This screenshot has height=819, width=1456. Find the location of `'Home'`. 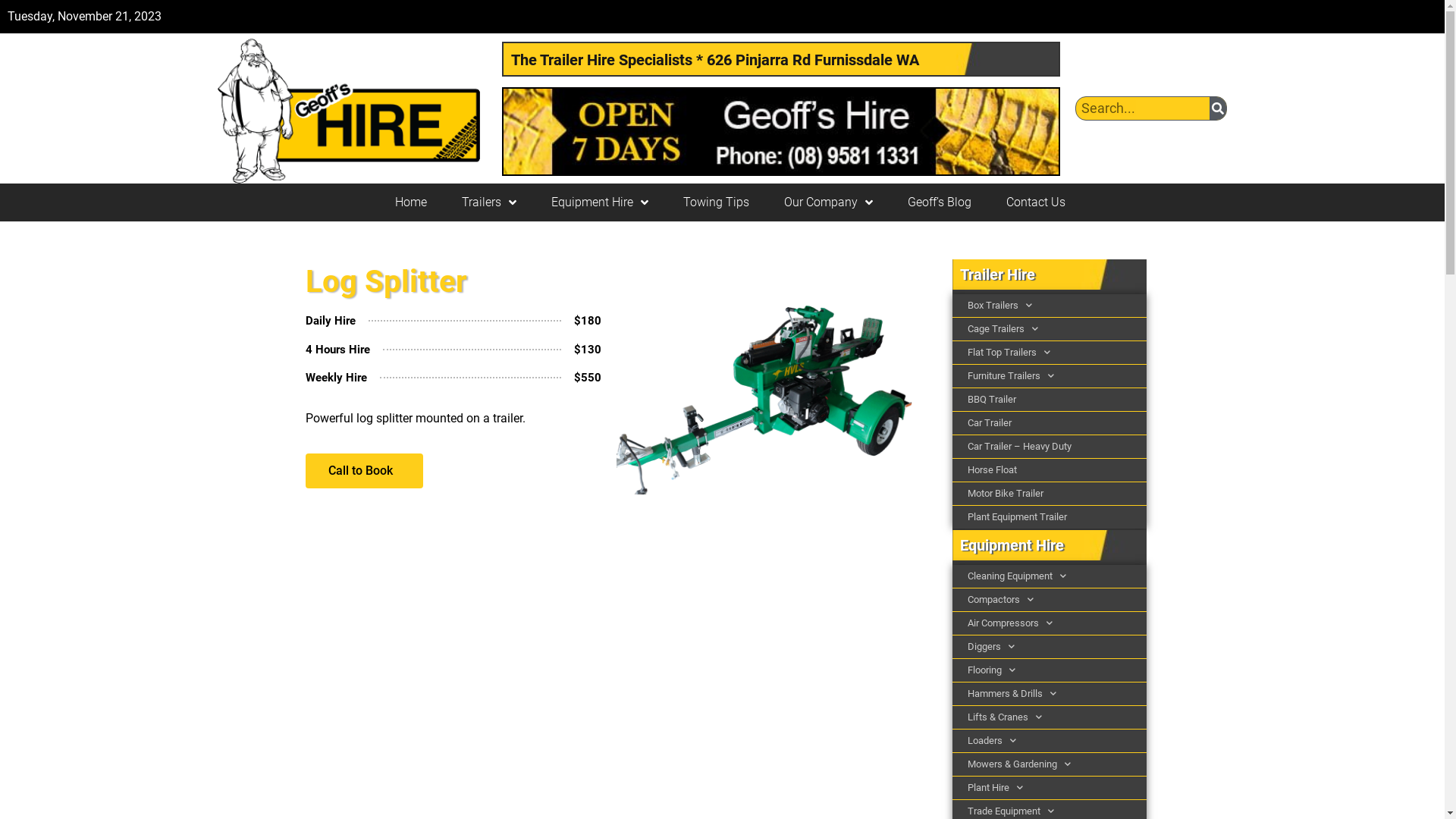

'Home' is located at coordinates (410, 201).